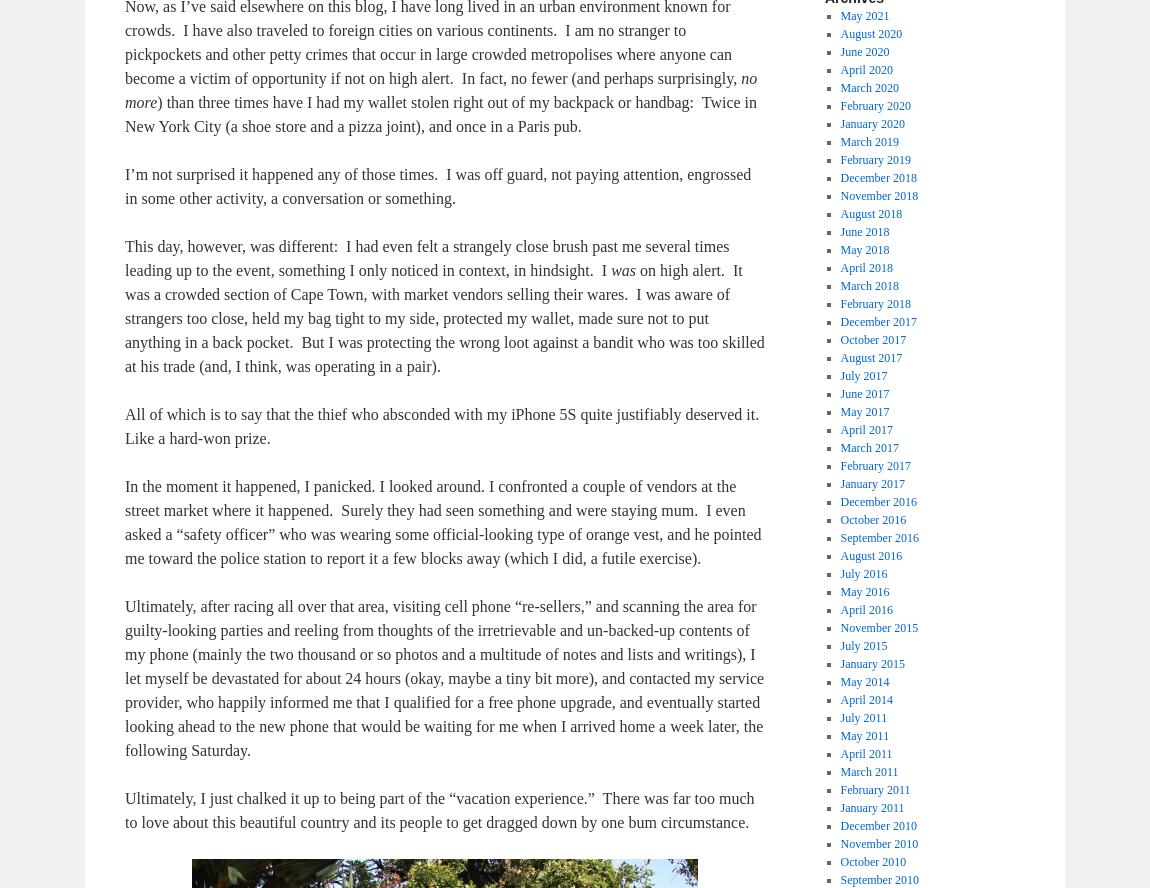 Image resolution: width=1150 pixels, height=888 pixels. Describe the element at coordinates (865, 753) in the screenshot. I see `'April 2011'` at that location.